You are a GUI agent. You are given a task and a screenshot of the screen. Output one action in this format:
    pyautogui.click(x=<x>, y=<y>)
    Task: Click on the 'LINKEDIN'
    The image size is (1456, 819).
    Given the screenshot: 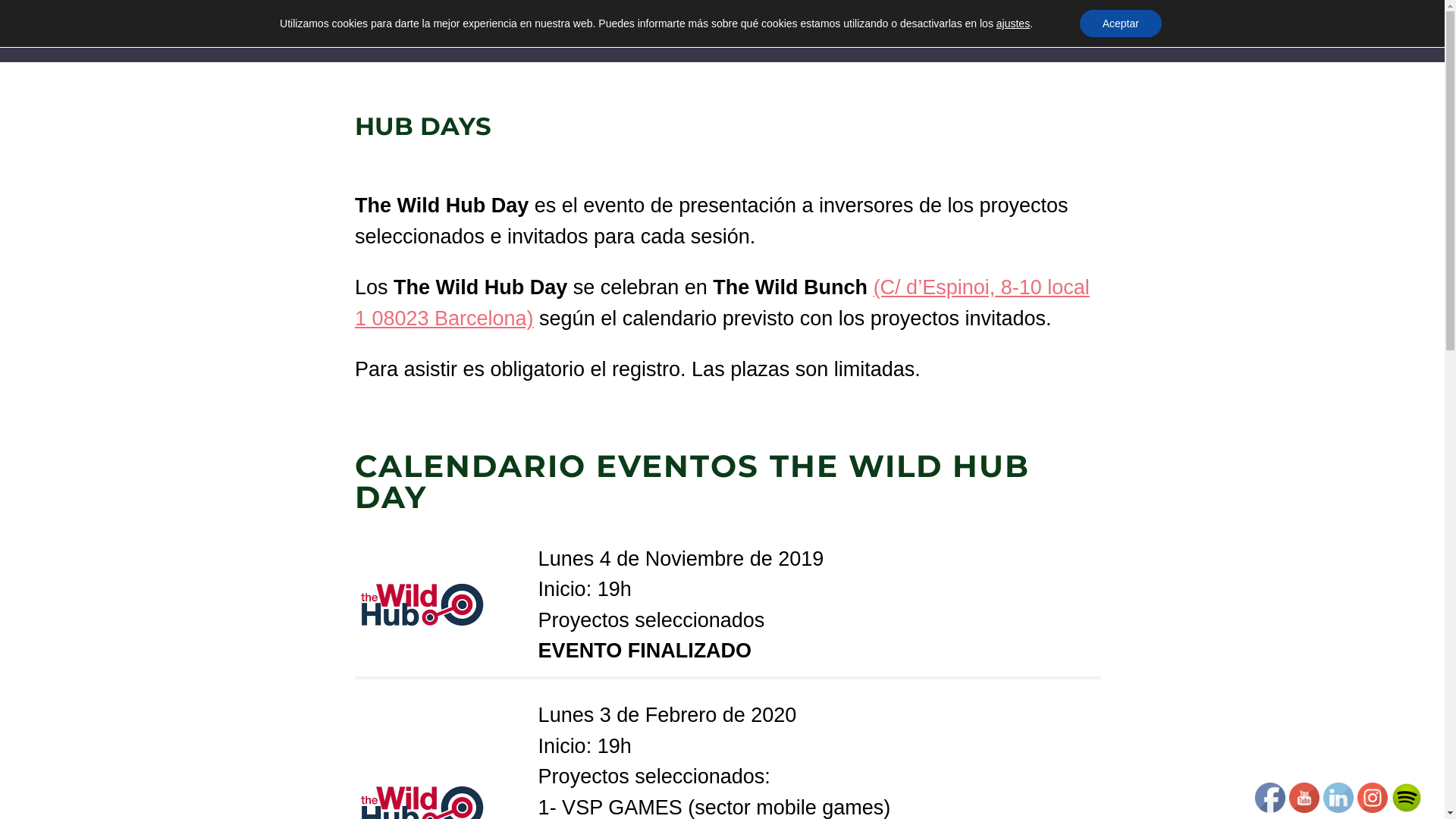 What is the action you would take?
    pyautogui.click(x=1338, y=797)
    